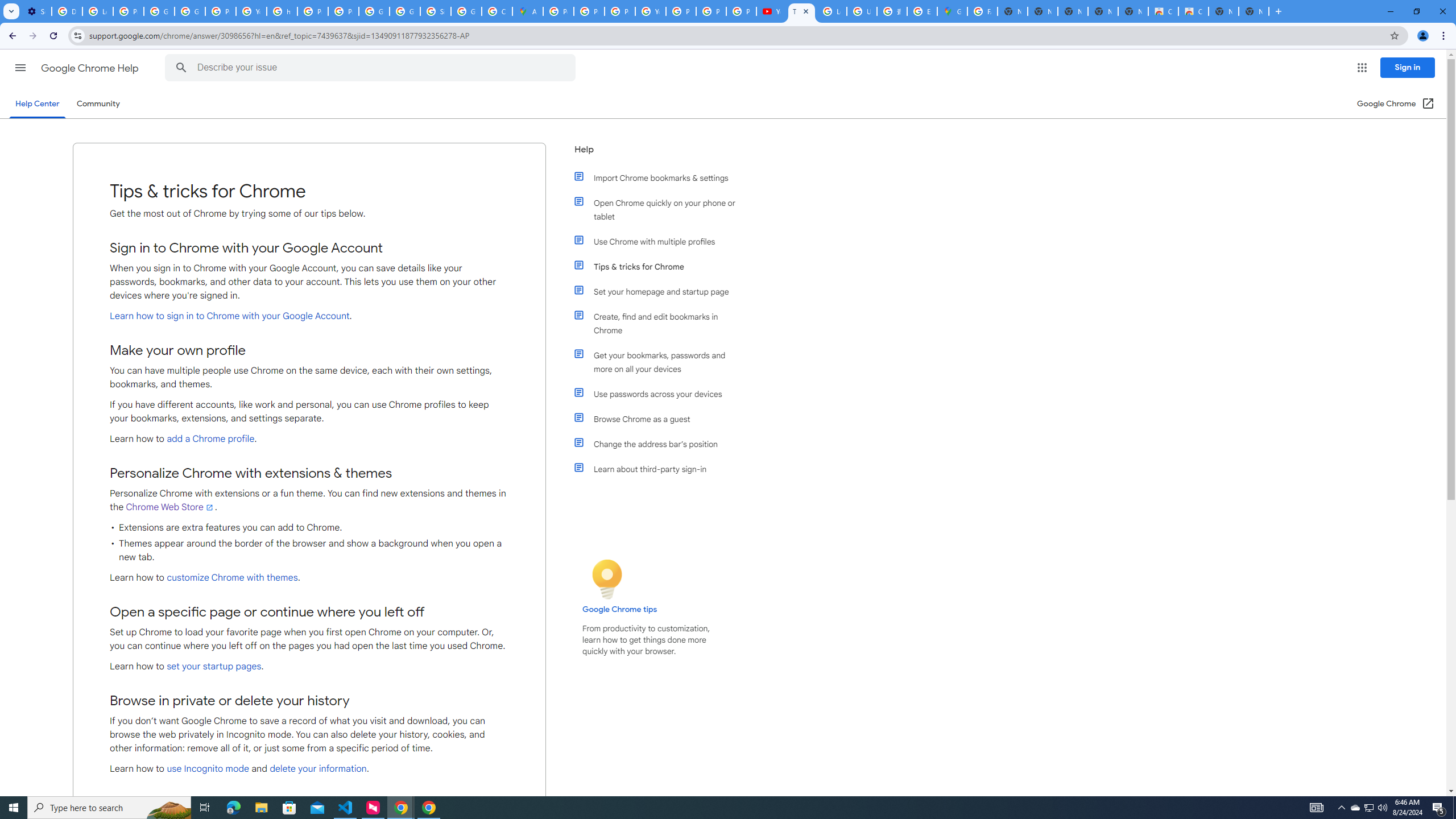 Image resolution: width=1456 pixels, height=819 pixels. I want to click on 'Search Help Center', so click(180, 67).